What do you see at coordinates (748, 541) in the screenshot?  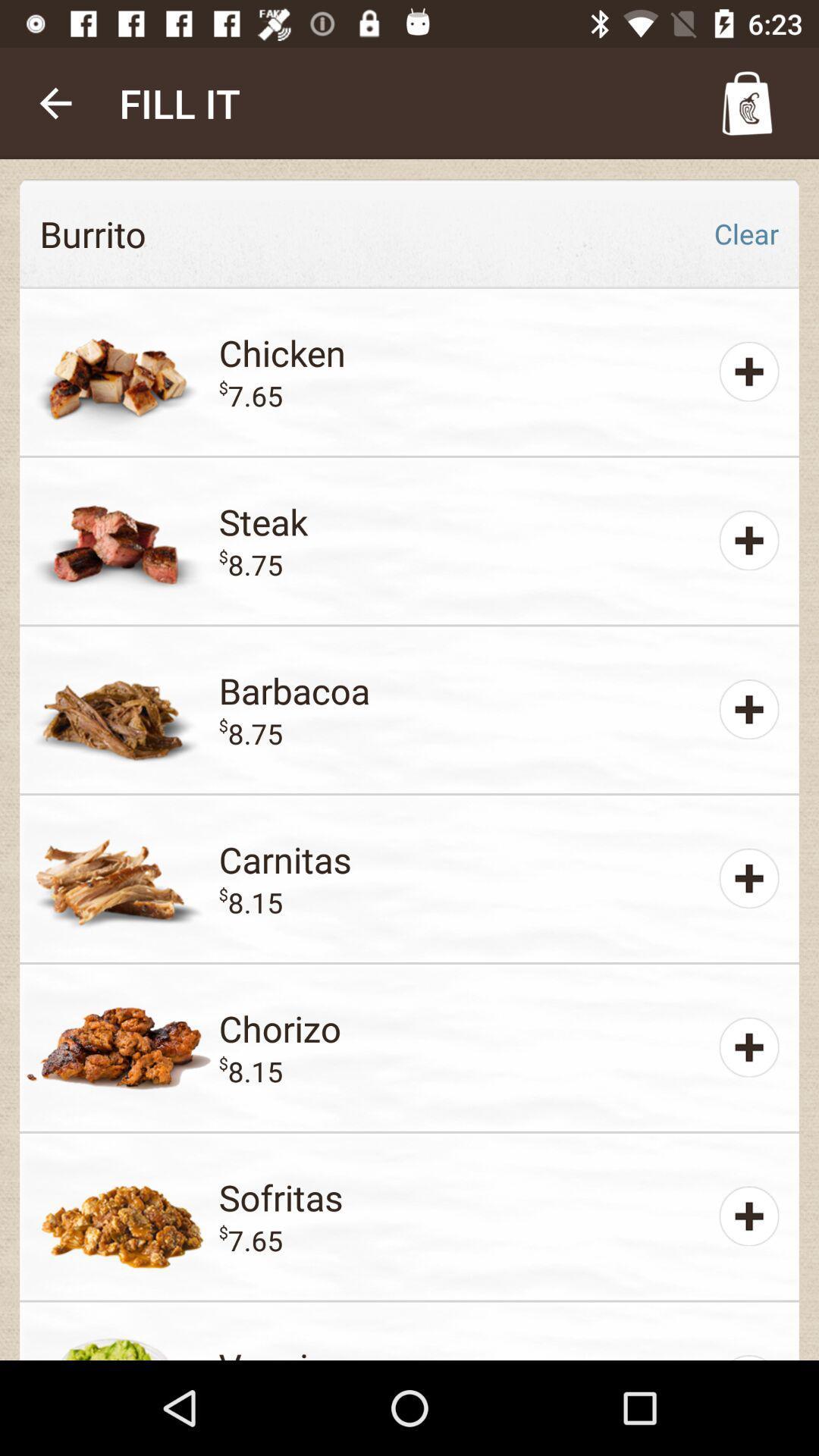 I see `the plus symbol right to steak` at bounding box center [748, 541].